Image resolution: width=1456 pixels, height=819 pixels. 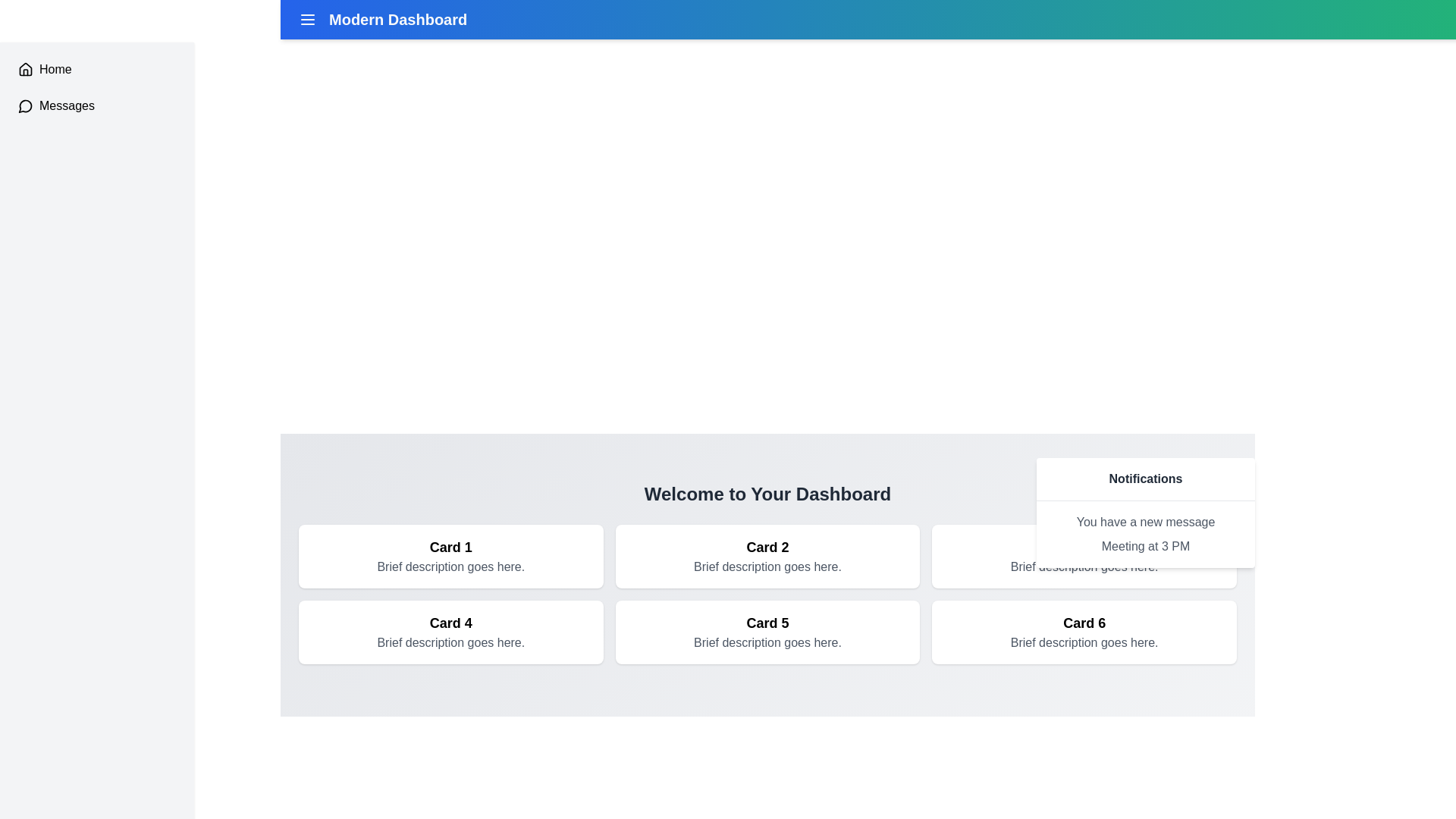 I want to click on the 'Messages' button located in the left sidebar, which is the second element in the vertical list of menu items, so click(x=96, y=105).